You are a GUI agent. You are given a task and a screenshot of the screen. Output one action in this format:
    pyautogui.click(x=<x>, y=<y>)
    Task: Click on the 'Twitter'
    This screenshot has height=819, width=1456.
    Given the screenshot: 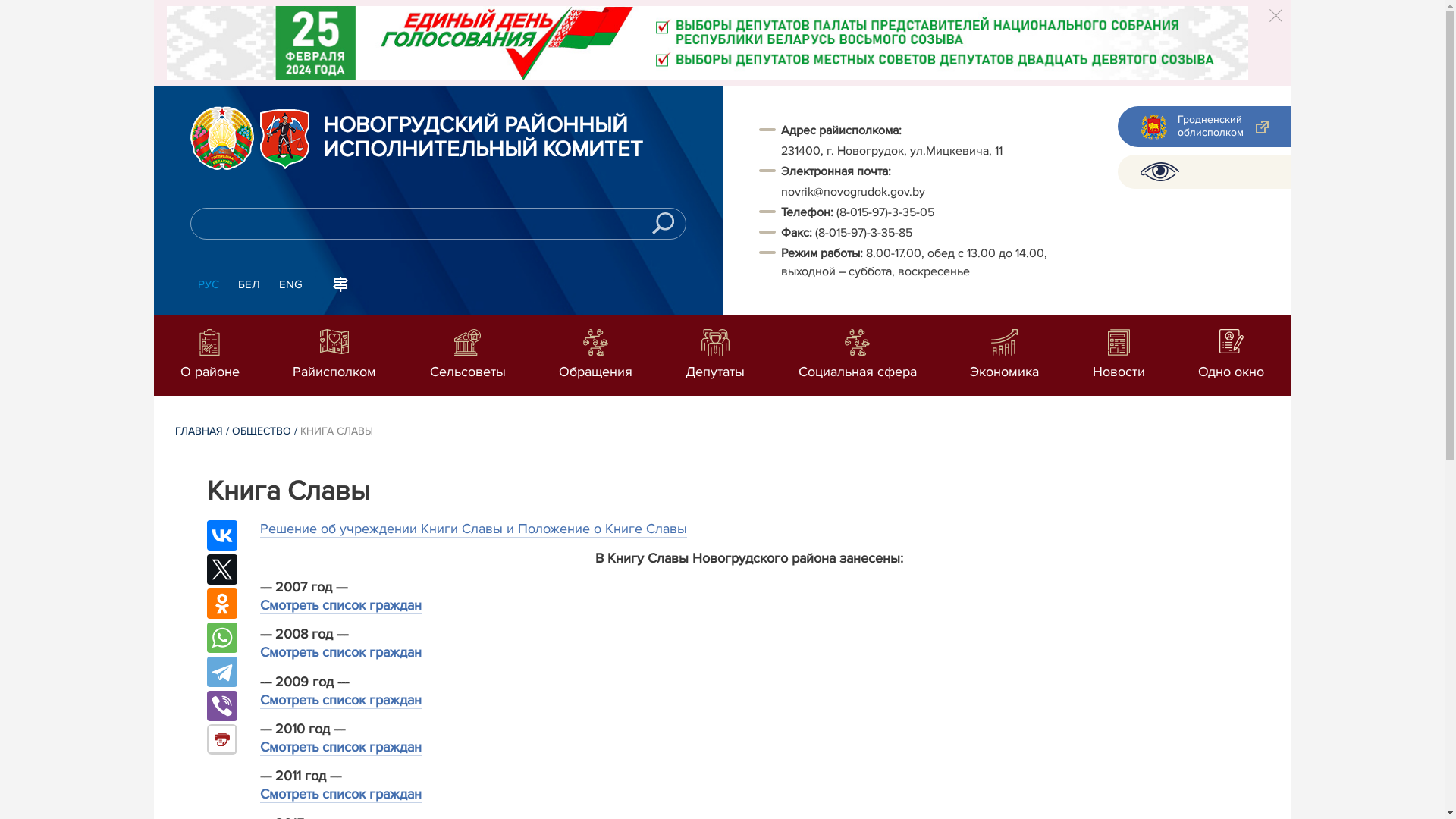 What is the action you would take?
    pyautogui.click(x=221, y=570)
    